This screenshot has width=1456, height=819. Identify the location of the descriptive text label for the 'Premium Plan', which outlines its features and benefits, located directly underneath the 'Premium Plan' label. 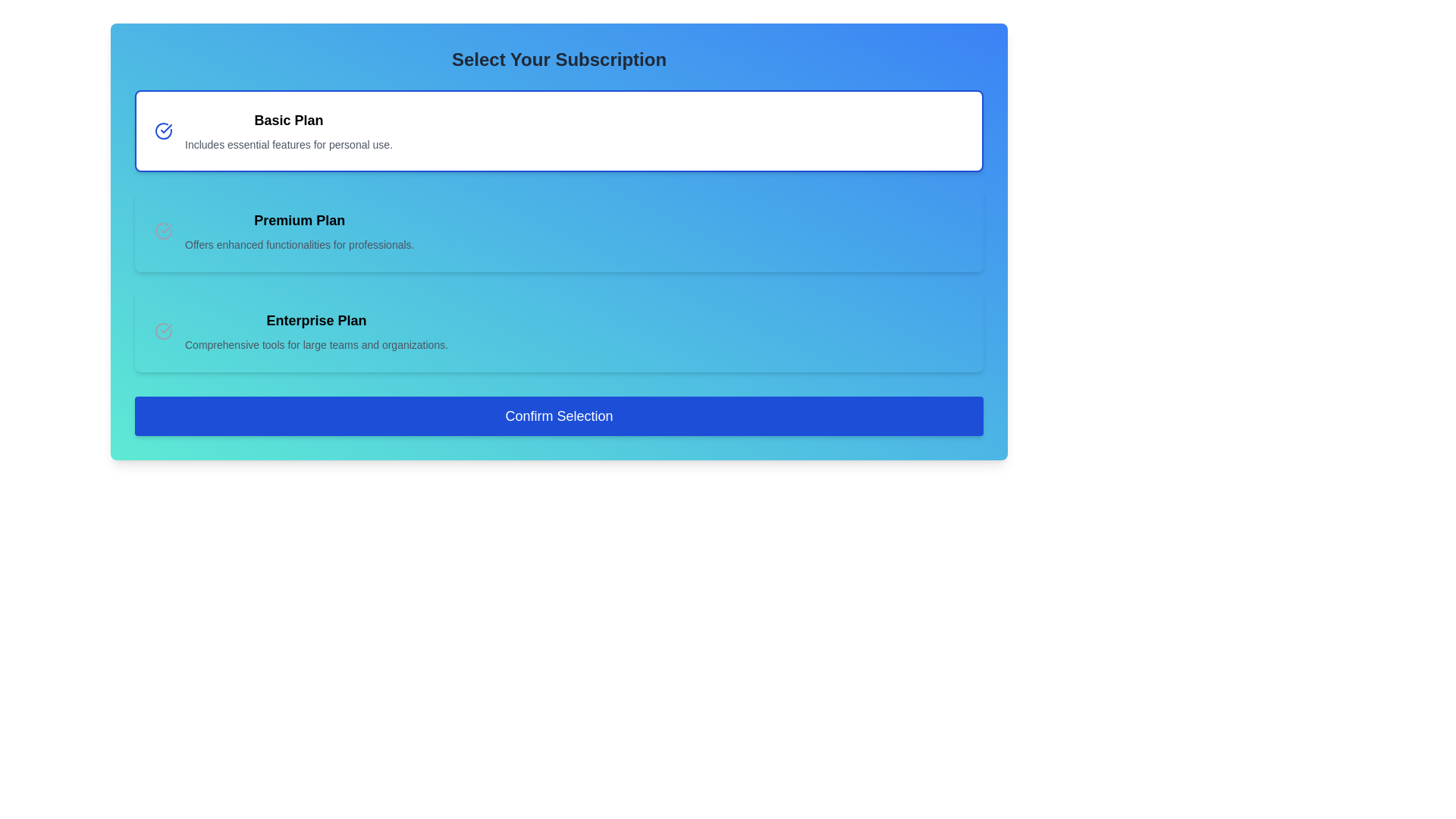
(300, 244).